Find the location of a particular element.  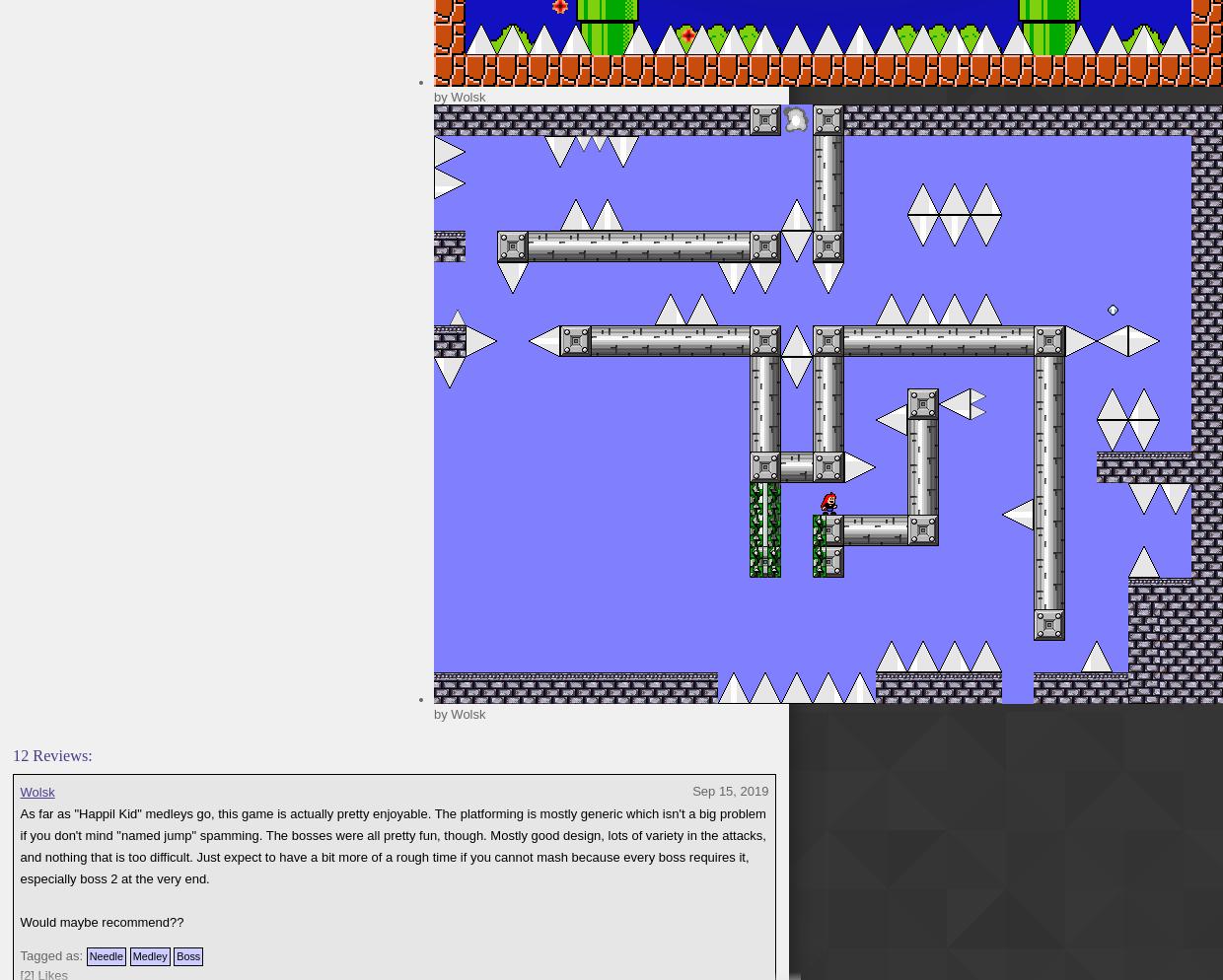

'Boss' is located at coordinates (186, 955).